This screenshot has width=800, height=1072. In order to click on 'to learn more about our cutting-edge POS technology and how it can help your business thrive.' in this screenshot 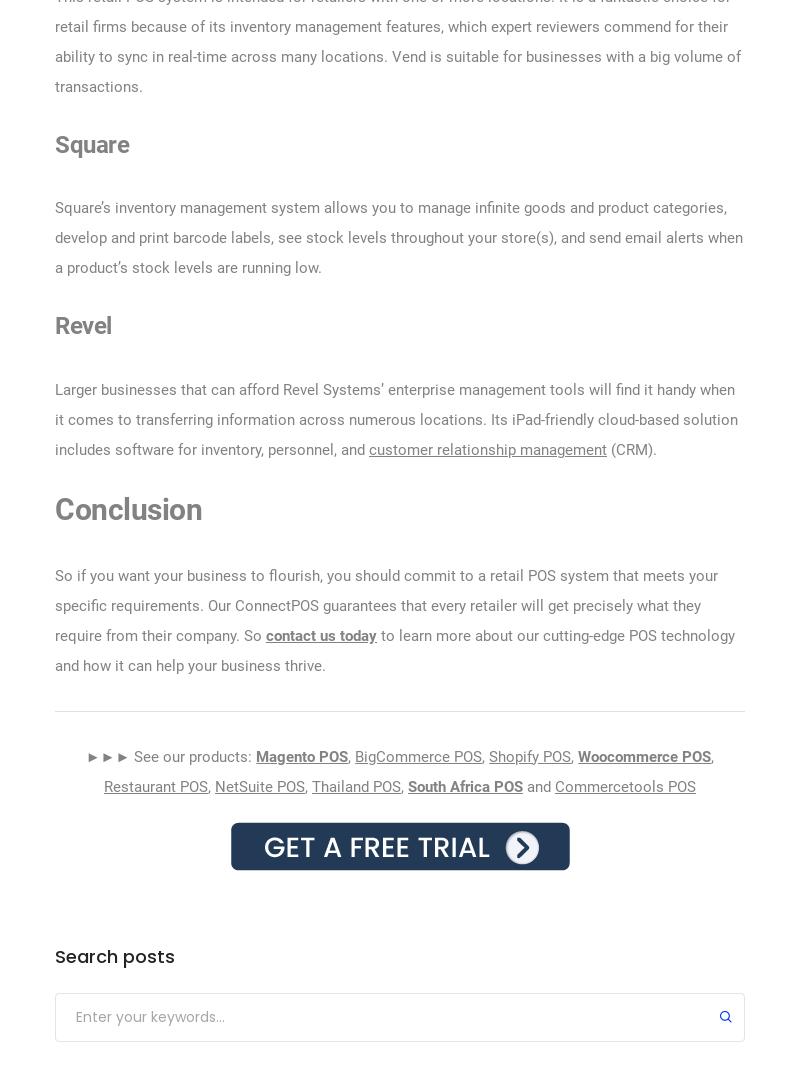, I will do `click(393, 649)`.